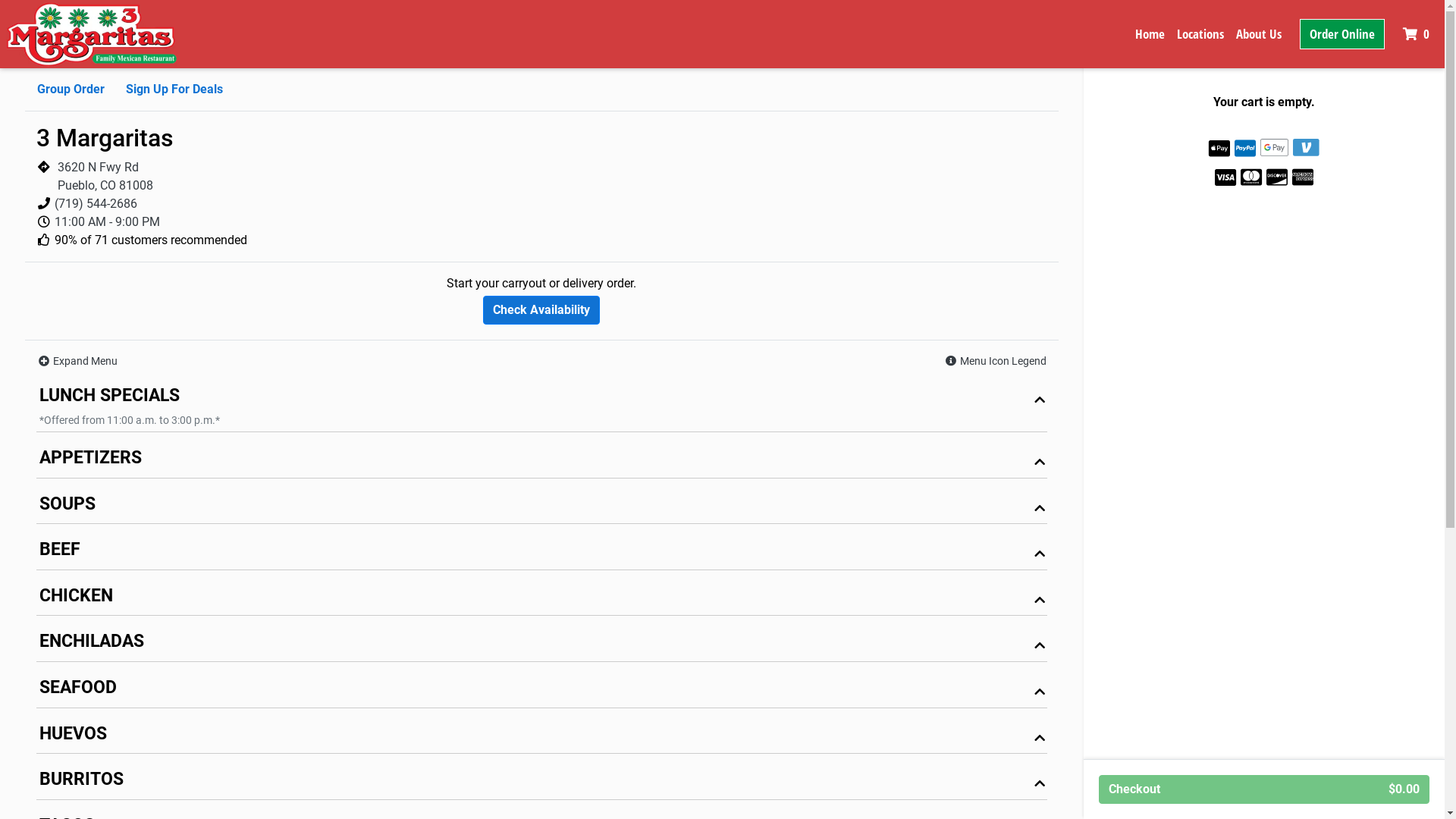 This screenshot has width=1456, height=819. What do you see at coordinates (1225, 175) in the screenshot?
I see `'Accepts Visa'` at bounding box center [1225, 175].